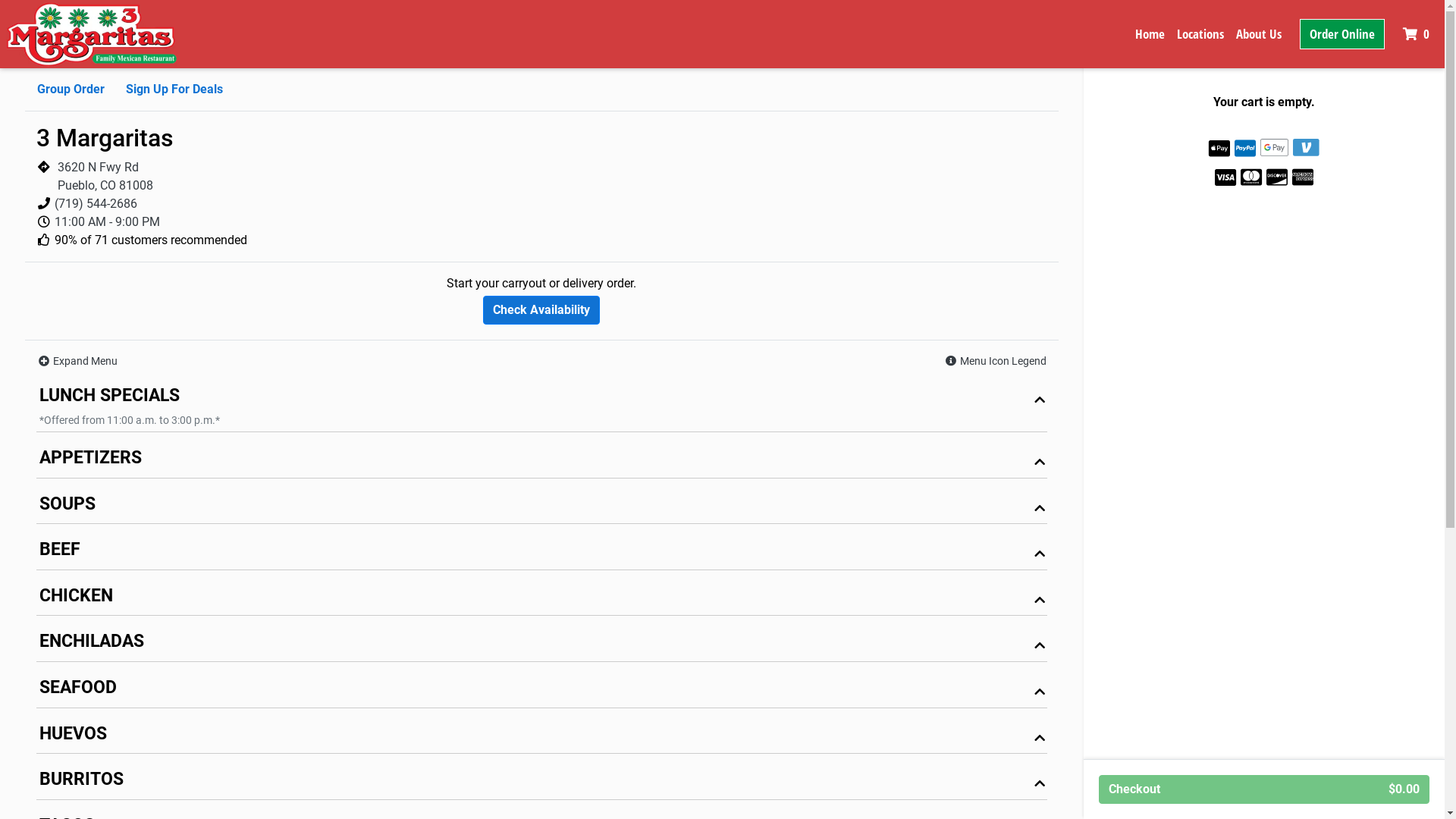 This screenshot has width=1456, height=819. What do you see at coordinates (1225, 175) in the screenshot?
I see `'Accepts Visa'` at bounding box center [1225, 175].